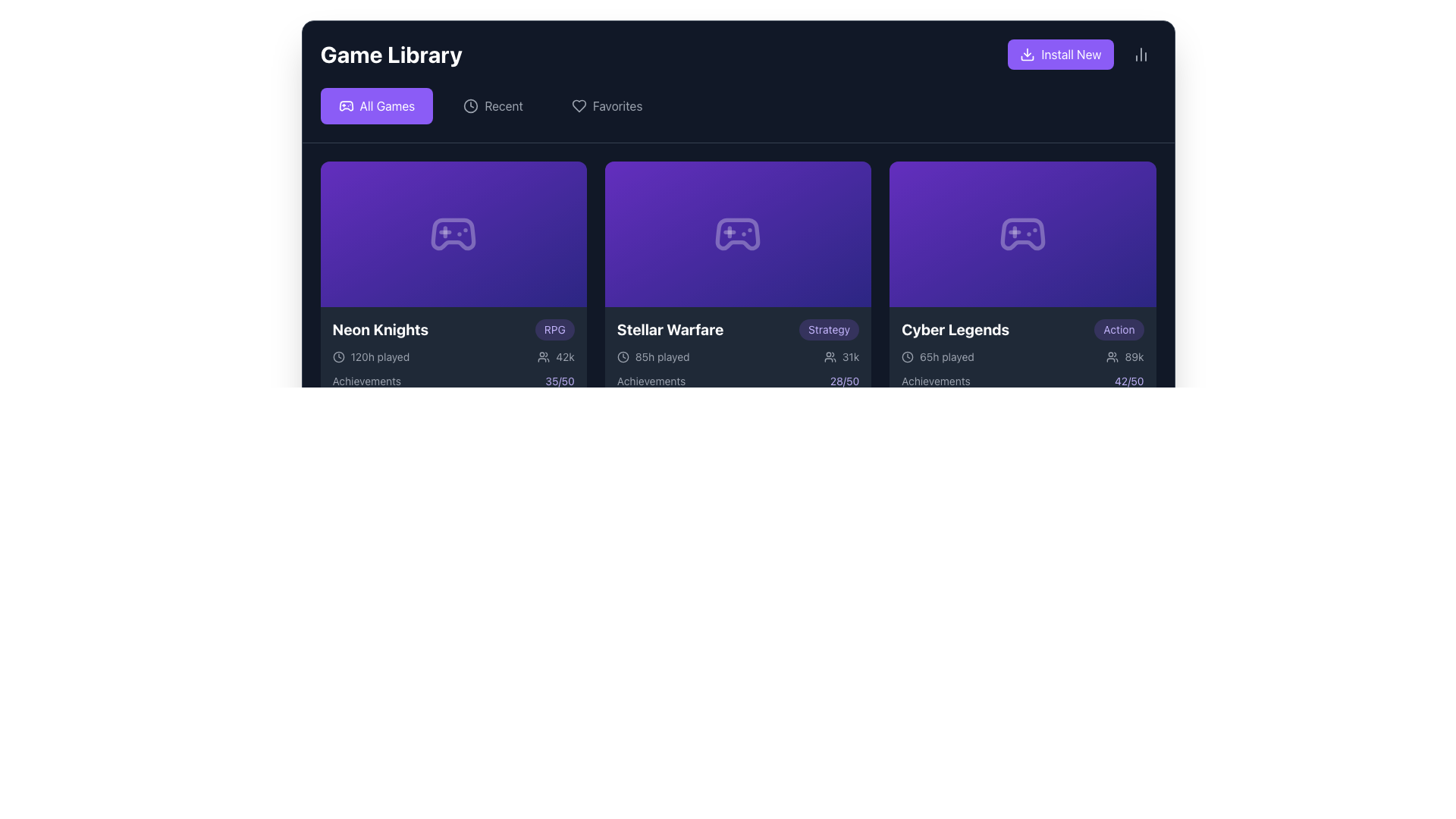 This screenshot has height=819, width=1456. What do you see at coordinates (1059, 54) in the screenshot?
I see `the 'Install New' button with rounded corners and a violet background, located in the top-right corner of the interface, to provide visual feedback indicating interactivity` at bounding box center [1059, 54].